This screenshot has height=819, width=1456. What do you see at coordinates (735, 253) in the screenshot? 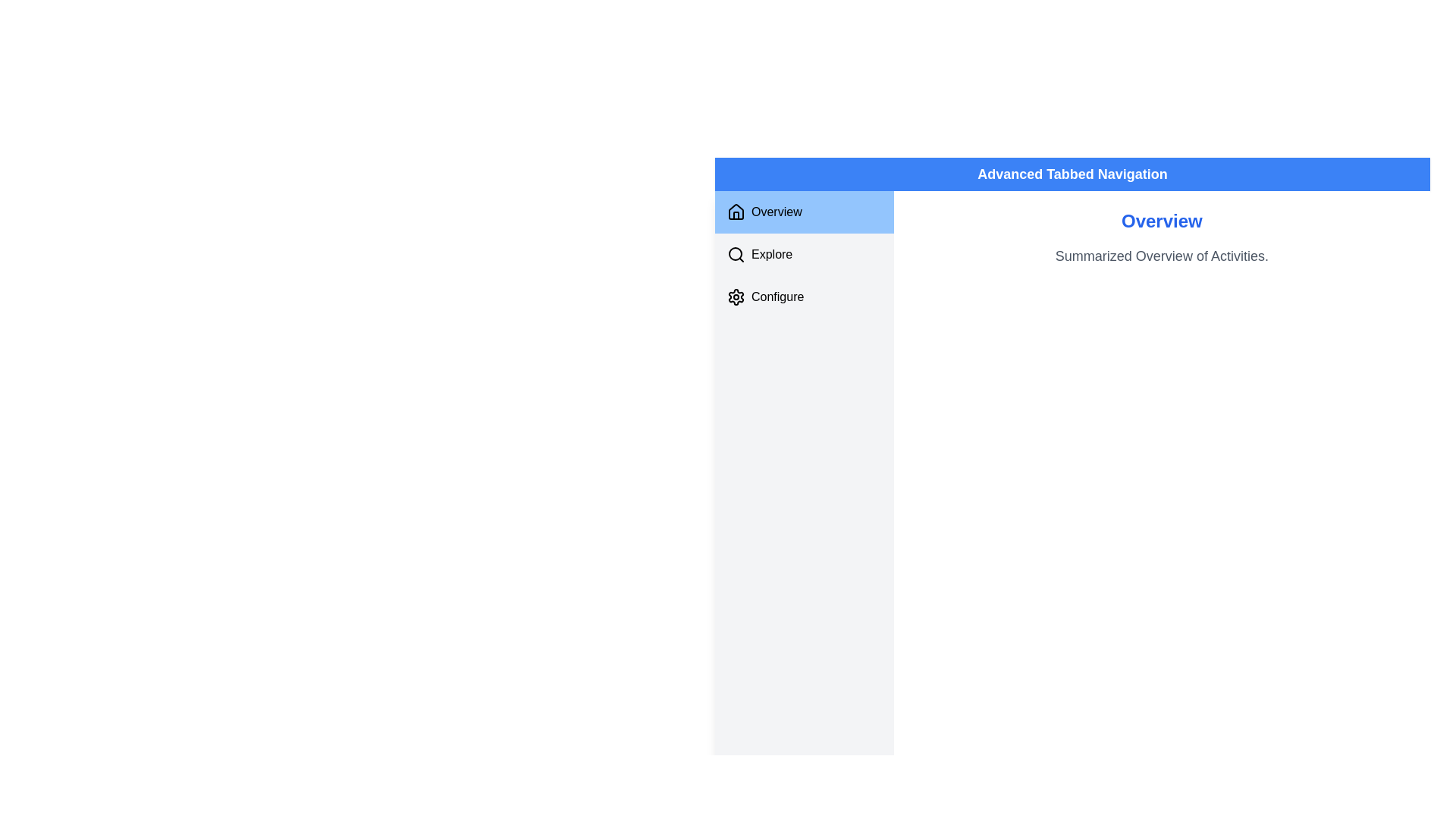
I see `the SVG Circle element that is positioned centrally within a magnifying glass icon, located adjacent to the 'Explore' label in the left navigation bar` at bounding box center [735, 253].